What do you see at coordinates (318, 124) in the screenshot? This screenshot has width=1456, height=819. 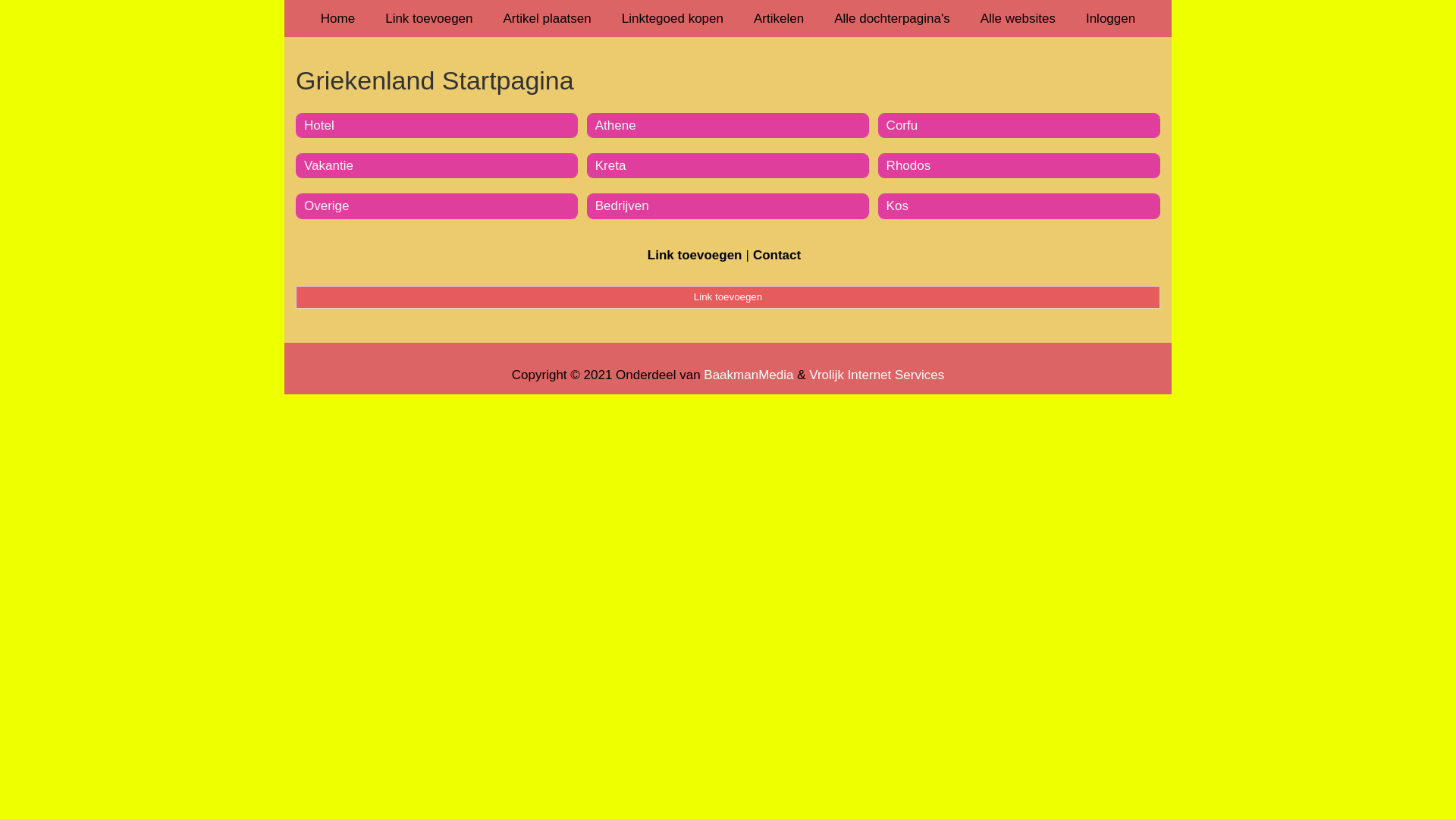 I see `'Hotel'` at bounding box center [318, 124].